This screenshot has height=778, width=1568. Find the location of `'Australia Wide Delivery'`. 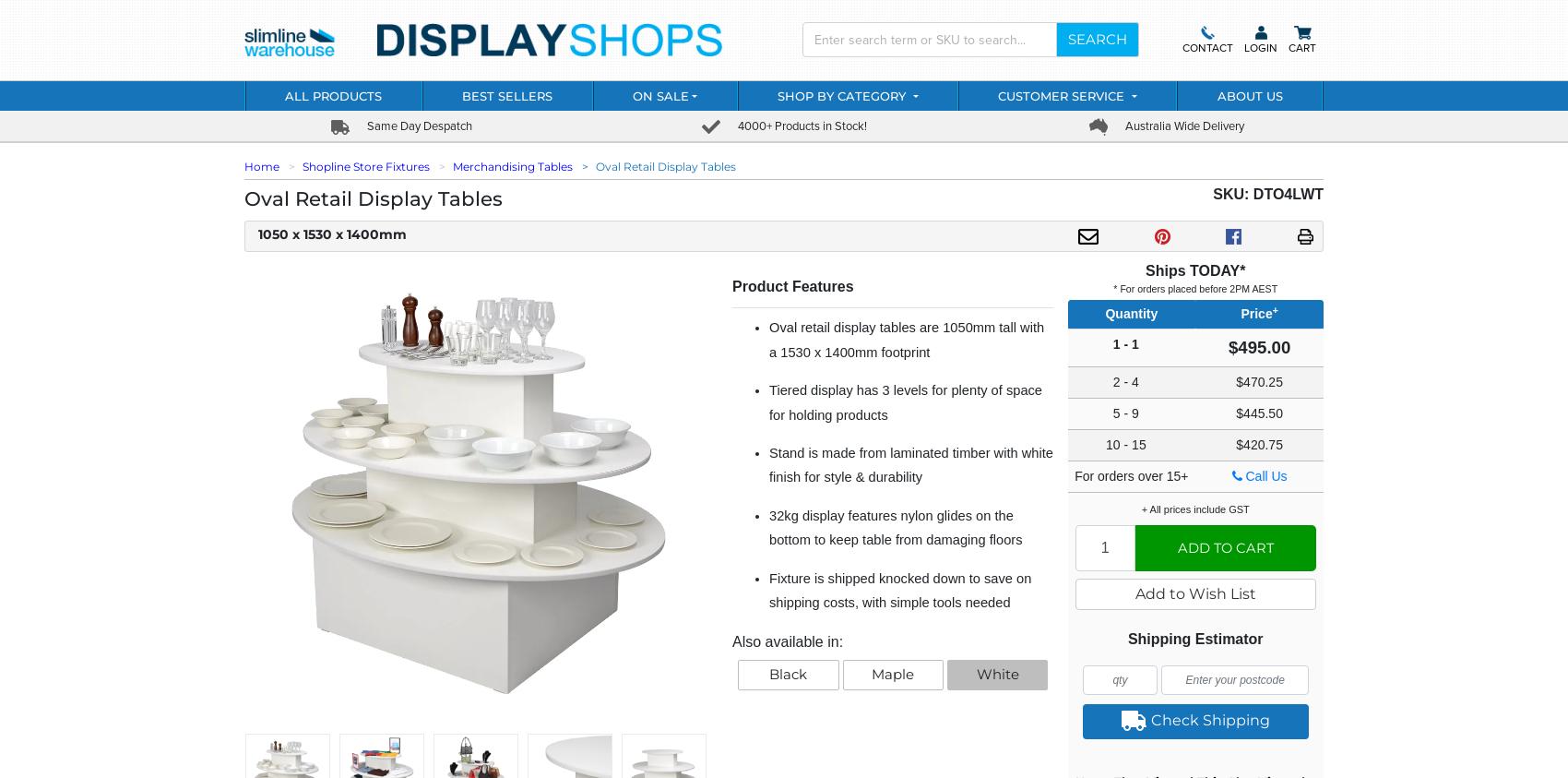

'Australia Wide Delivery' is located at coordinates (1182, 125).